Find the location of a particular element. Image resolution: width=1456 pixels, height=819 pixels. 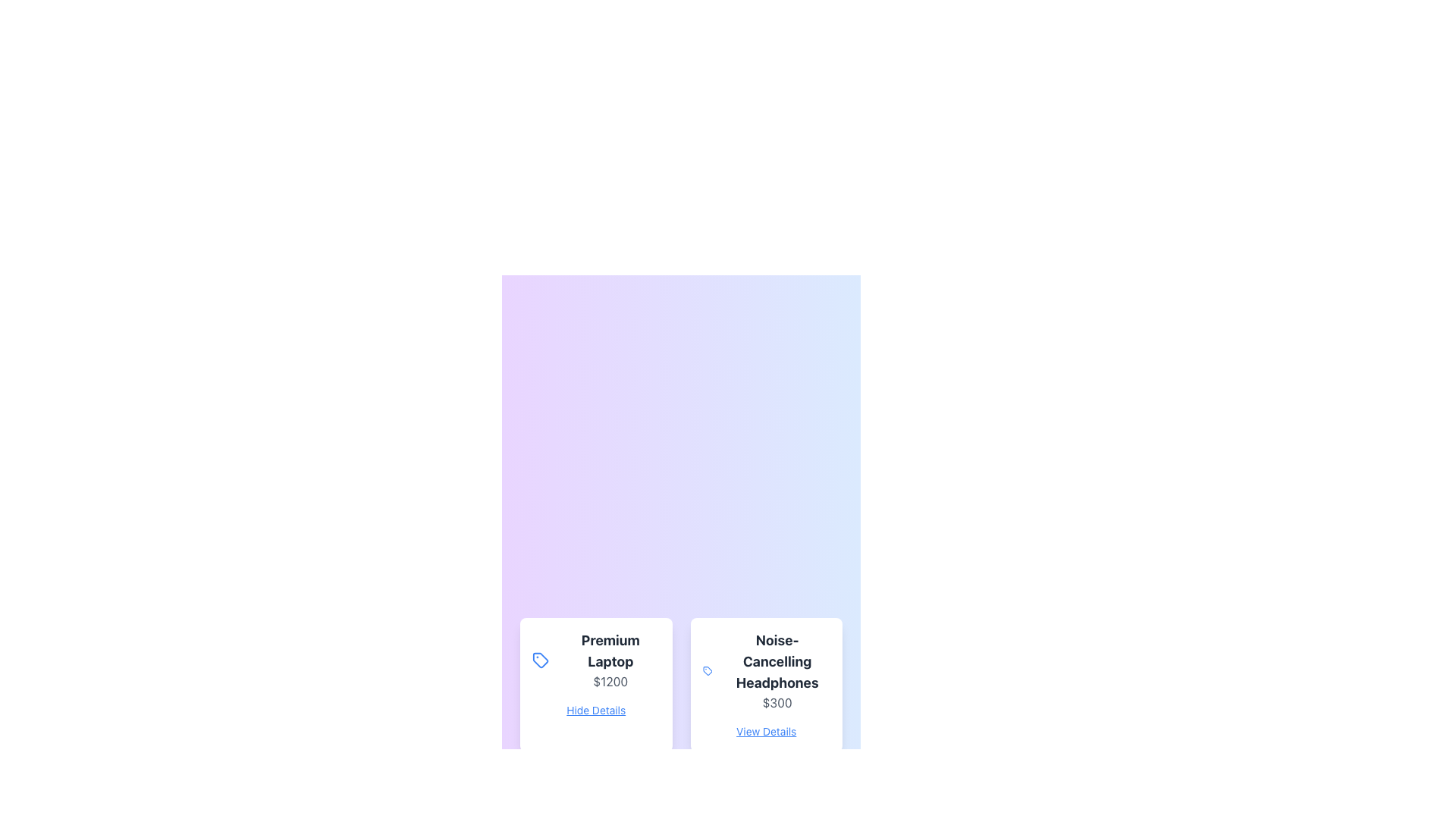

the first card in the grid layout that displays details about the 'Premium Laptop' is located at coordinates (595, 684).